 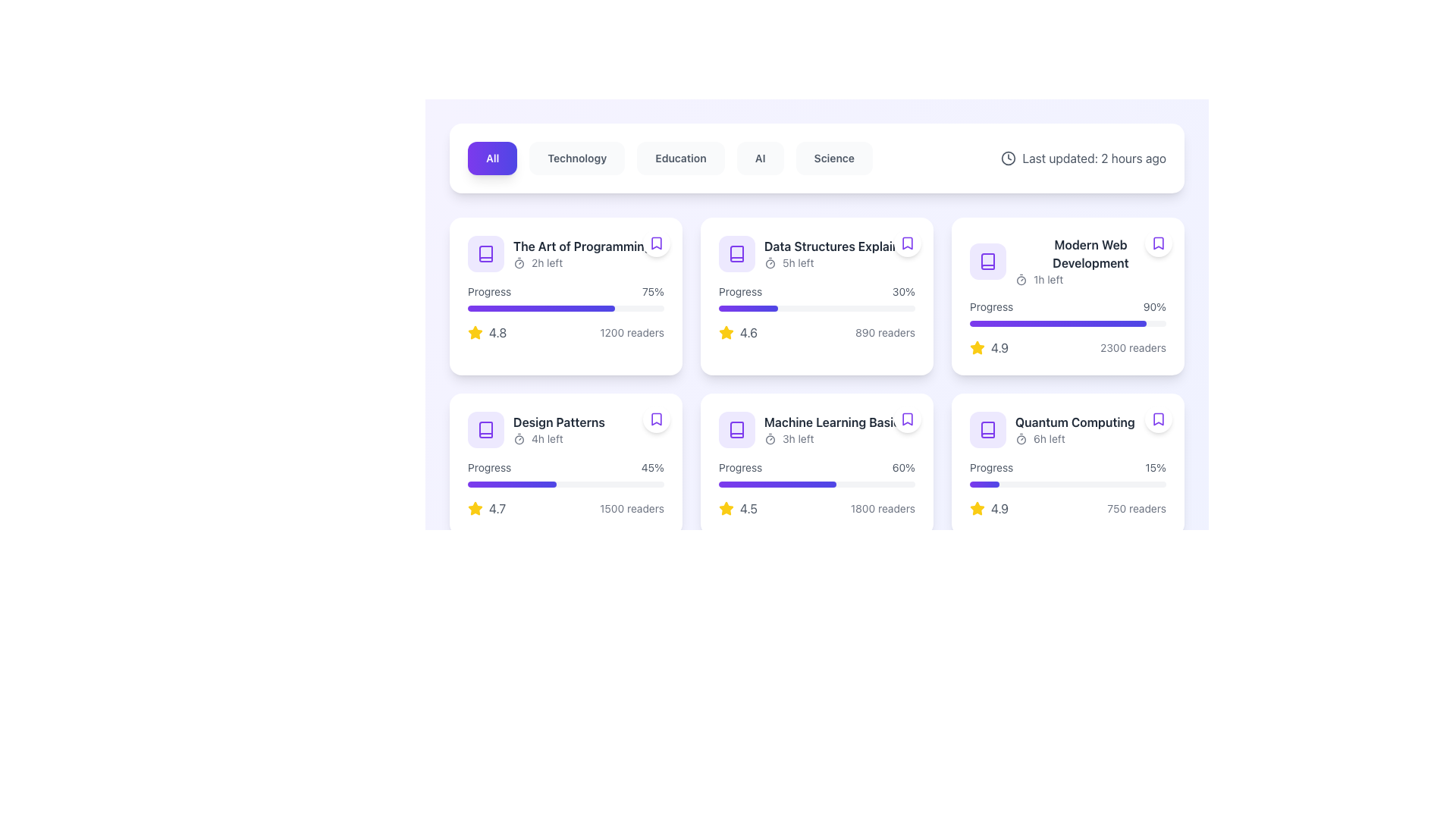 What do you see at coordinates (497, 332) in the screenshot?
I see `the static text displaying the rating '4.8' in gray-colored font, which is located to the right of the yellow star icon in the top-left card of a grid layout` at bounding box center [497, 332].